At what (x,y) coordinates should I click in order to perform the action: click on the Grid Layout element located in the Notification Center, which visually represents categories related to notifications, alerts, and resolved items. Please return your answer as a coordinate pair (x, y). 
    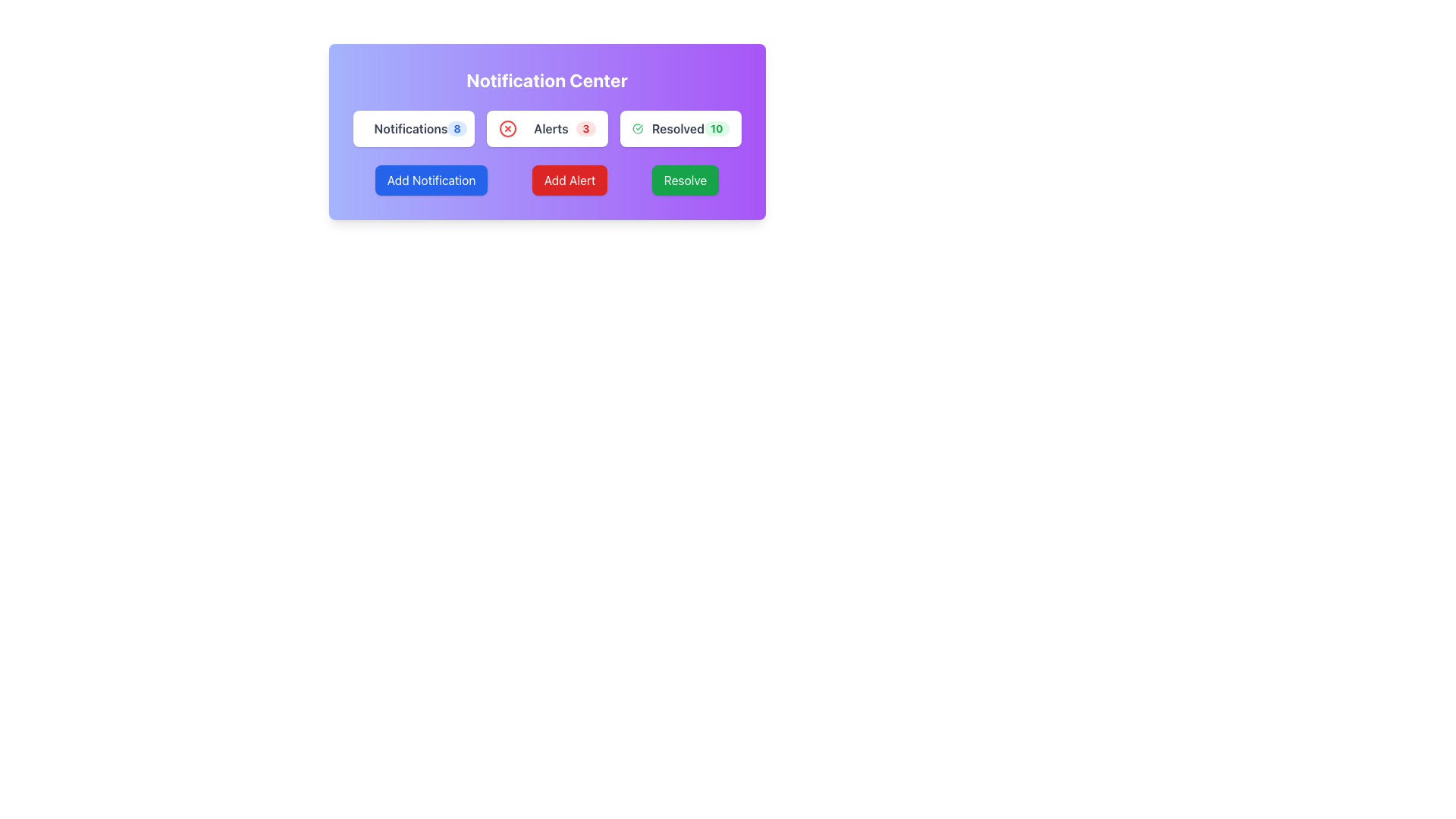
    Looking at the image, I should click on (546, 127).